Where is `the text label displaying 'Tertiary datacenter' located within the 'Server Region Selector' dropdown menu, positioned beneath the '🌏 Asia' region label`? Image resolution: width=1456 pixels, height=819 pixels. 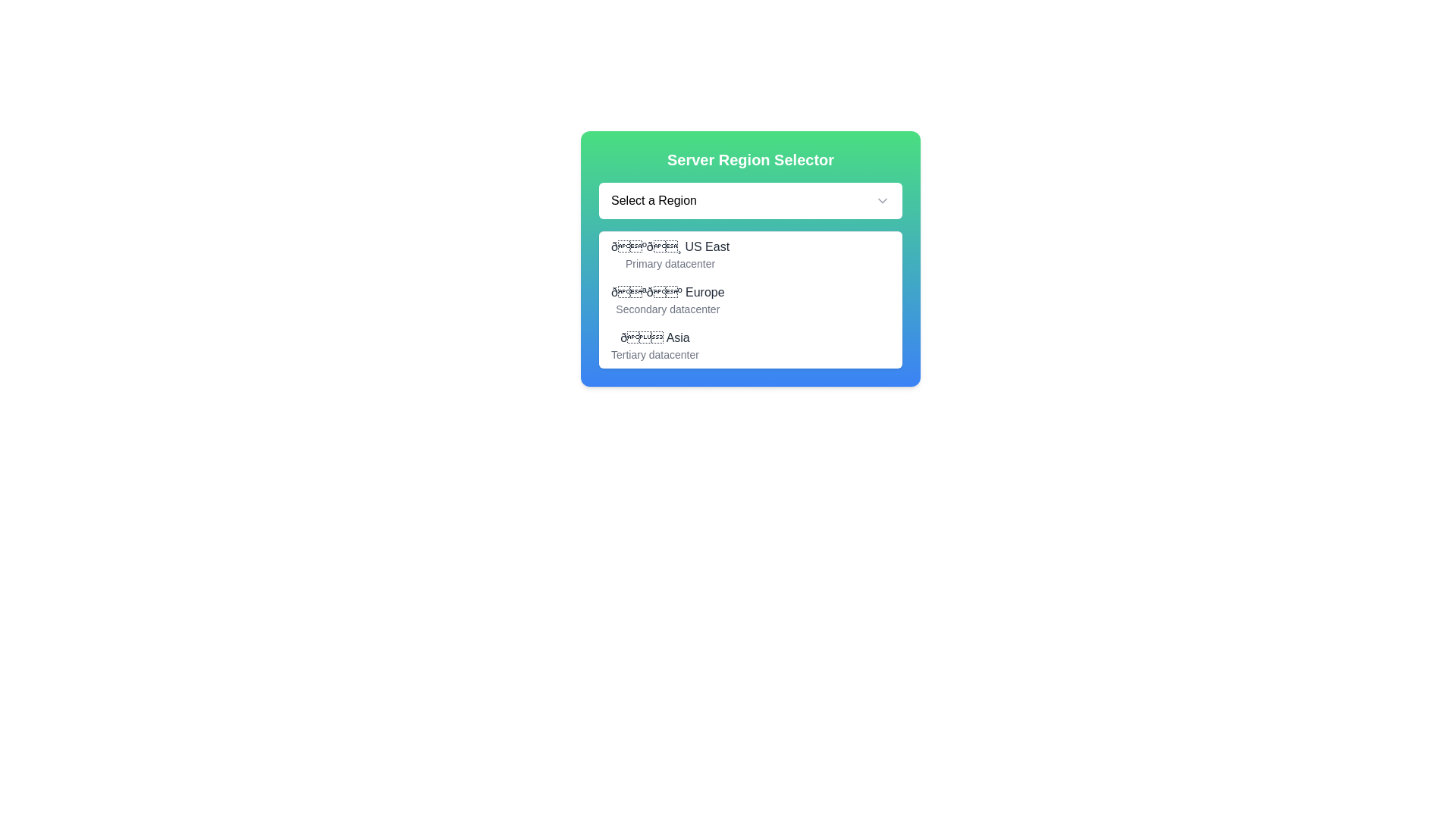
the text label displaying 'Tertiary datacenter' located within the 'Server Region Selector' dropdown menu, positioned beneath the '🌏 Asia' region label is located at coordinates (655, 354).